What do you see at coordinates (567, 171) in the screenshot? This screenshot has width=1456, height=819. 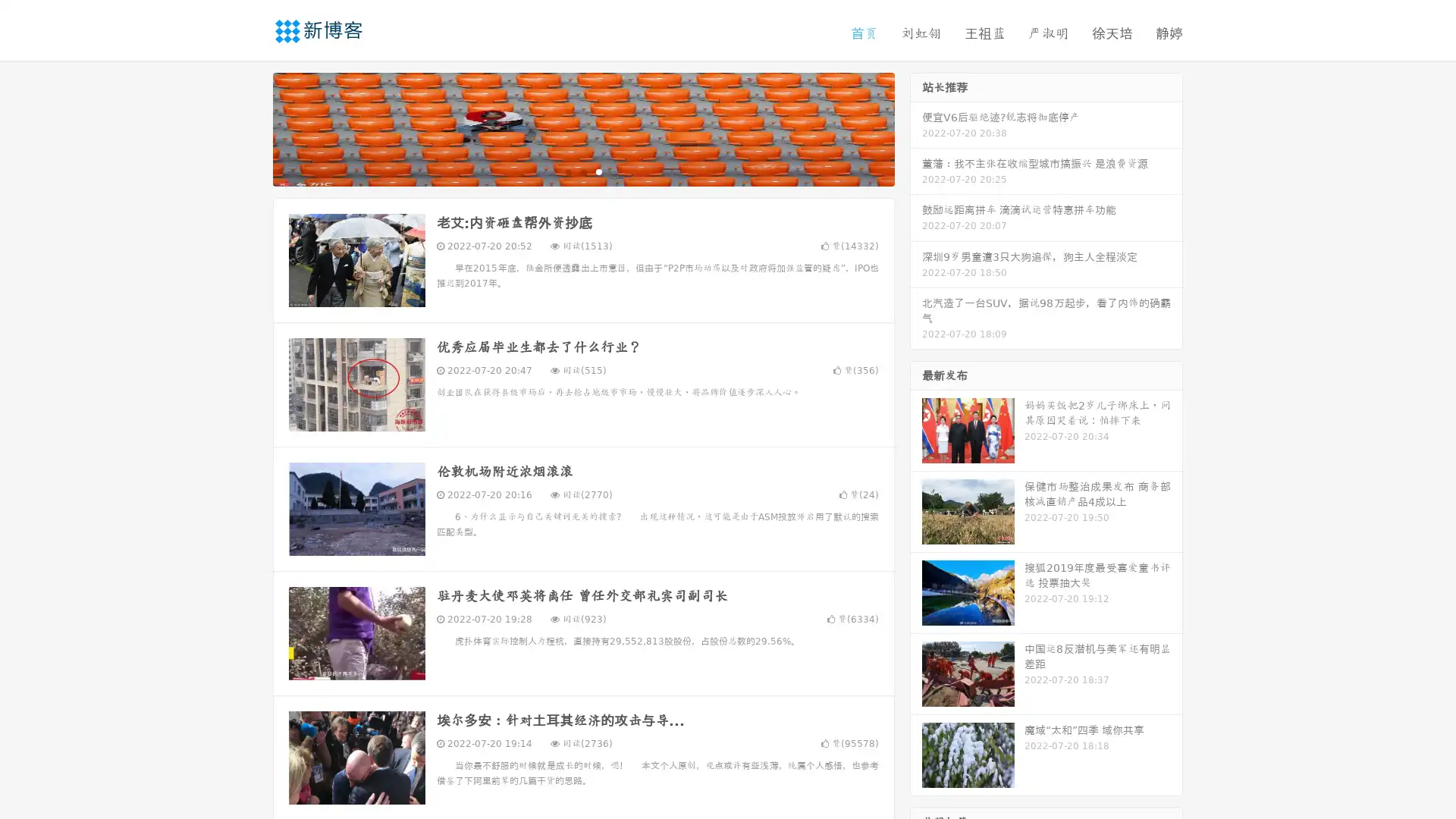 I see `Go to slide 1` at bounding box center [567, 171].